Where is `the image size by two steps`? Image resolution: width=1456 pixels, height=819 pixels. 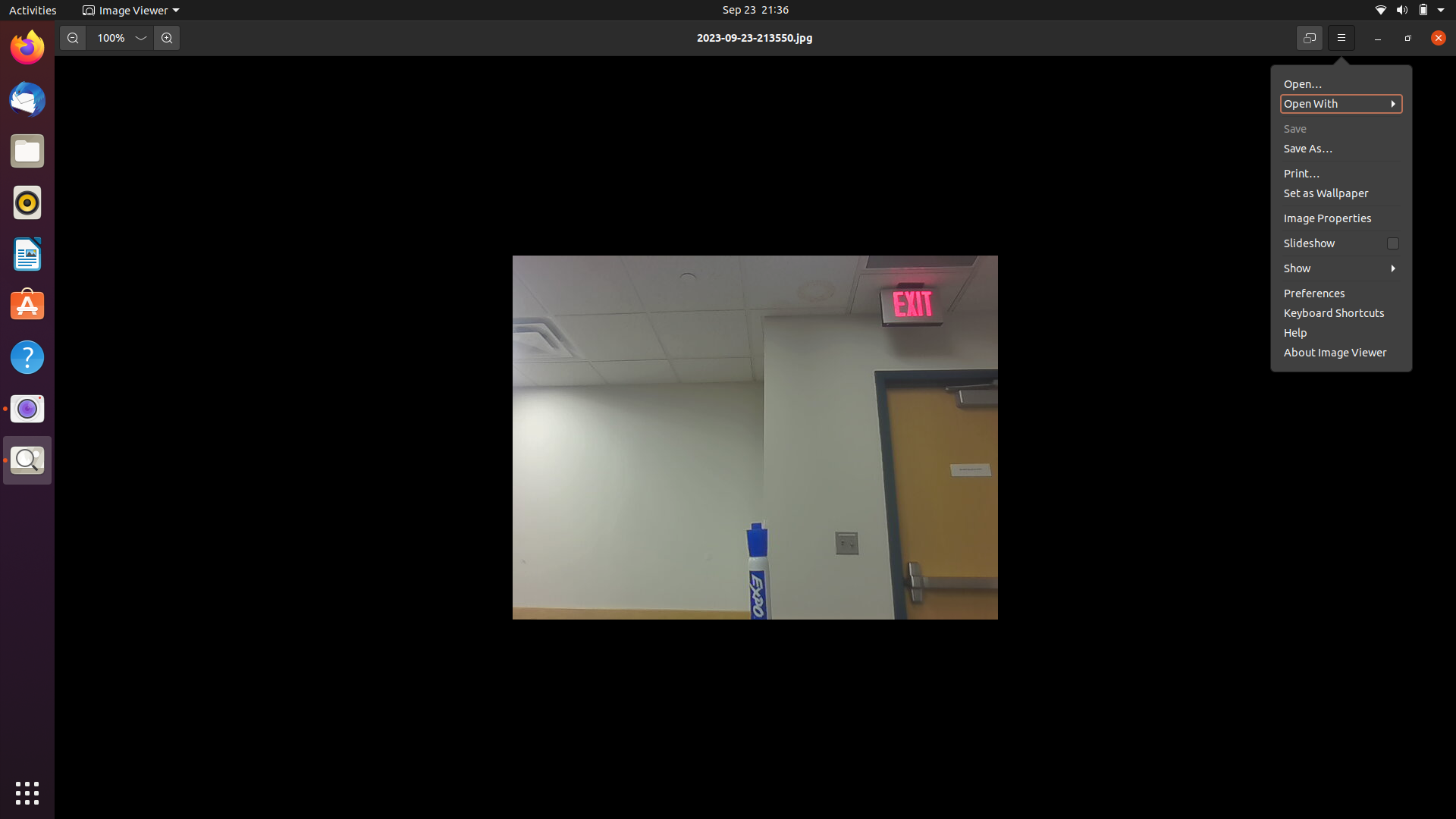 the image size by two steps is located at coordinates (71, 37).